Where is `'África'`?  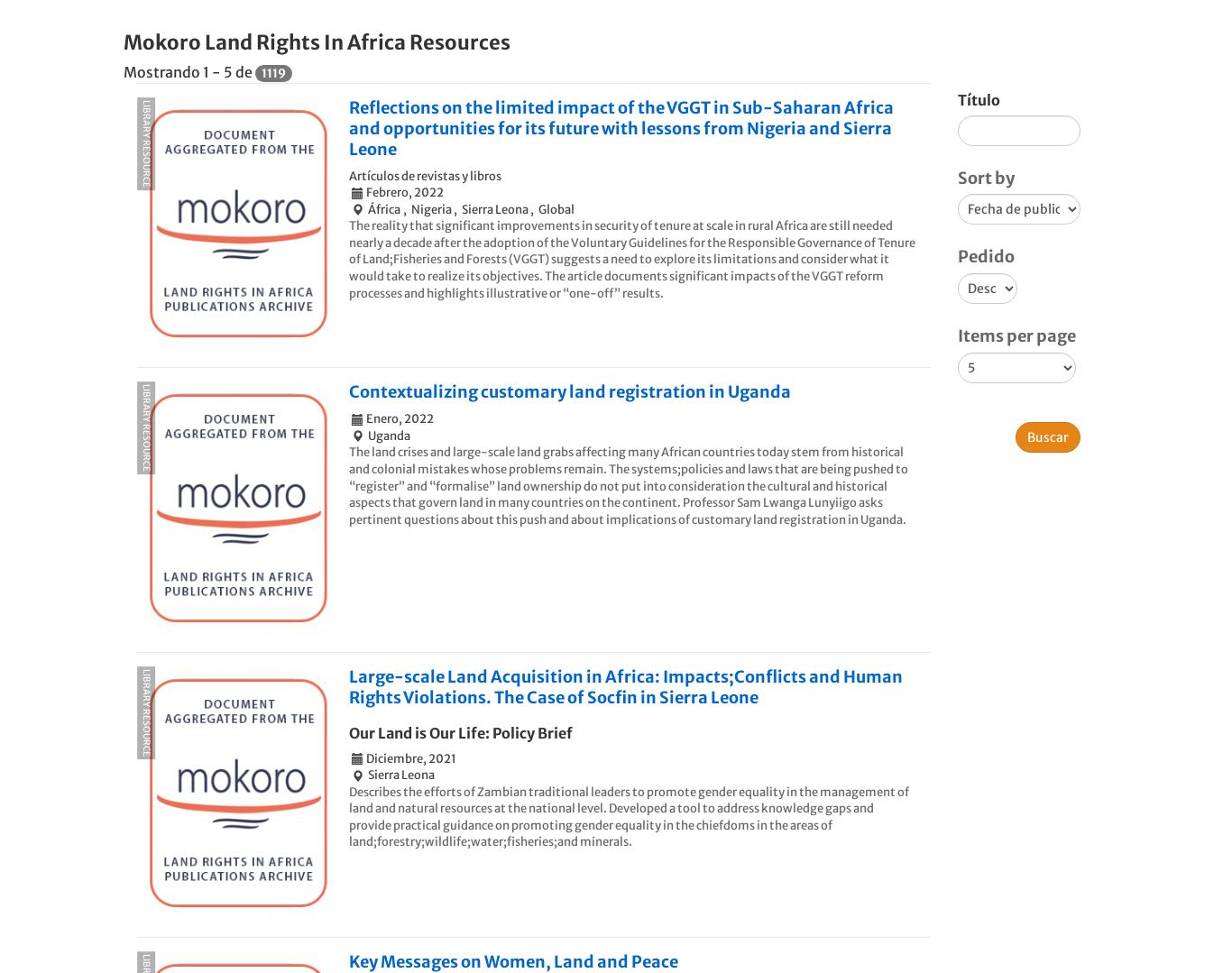
'África' is located at coordinates (383, 207).